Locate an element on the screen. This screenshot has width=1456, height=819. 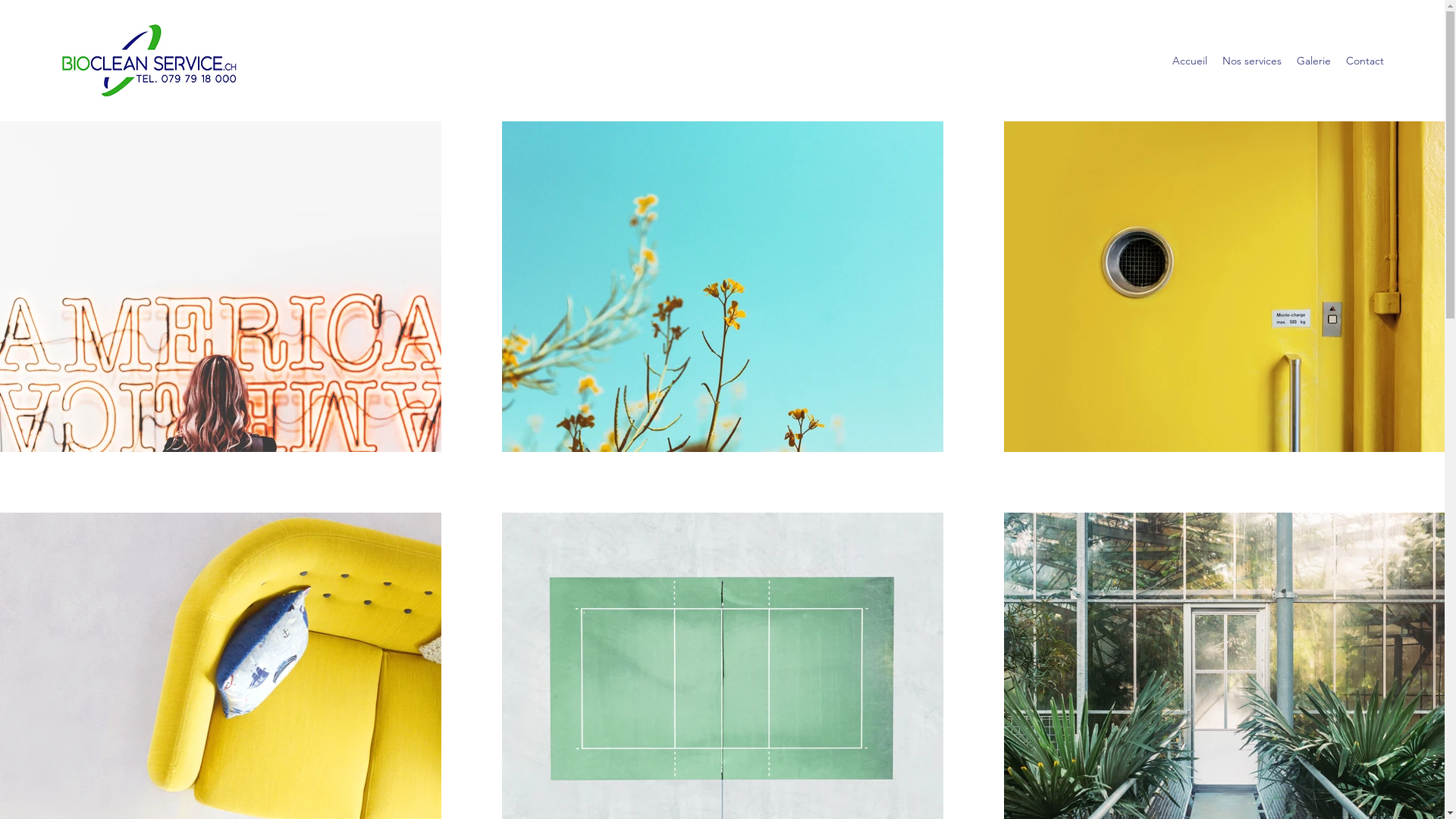
'Nos services' is located at coordinates (1252, 60).